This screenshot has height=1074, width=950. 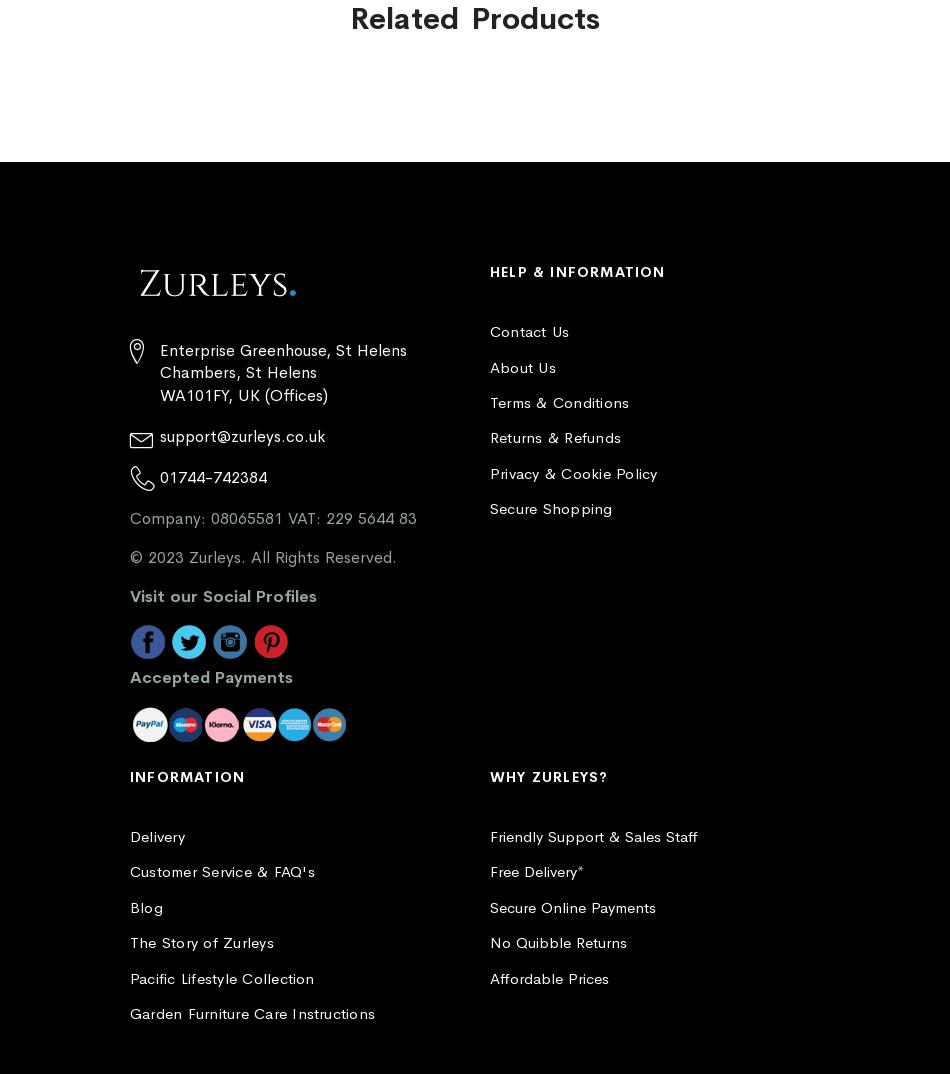 What do you see at coordinates (549, 976) in the screenshot?
I see `'Affordable Prices'` at bounding box center [549, 976].